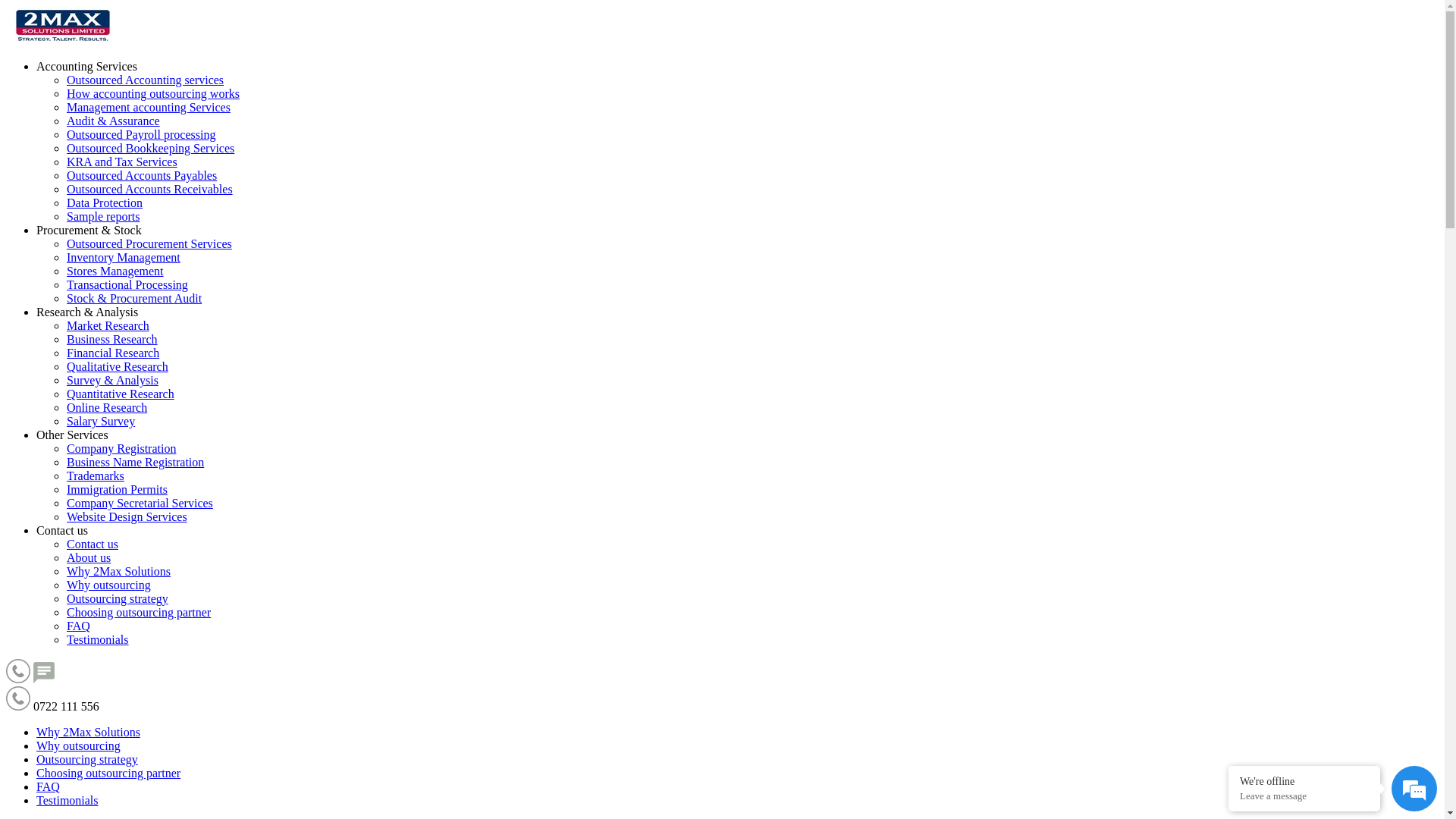  Describe the element at coordinates (65, 216) in the screenshot. I see `'Sample reports'` at that location.